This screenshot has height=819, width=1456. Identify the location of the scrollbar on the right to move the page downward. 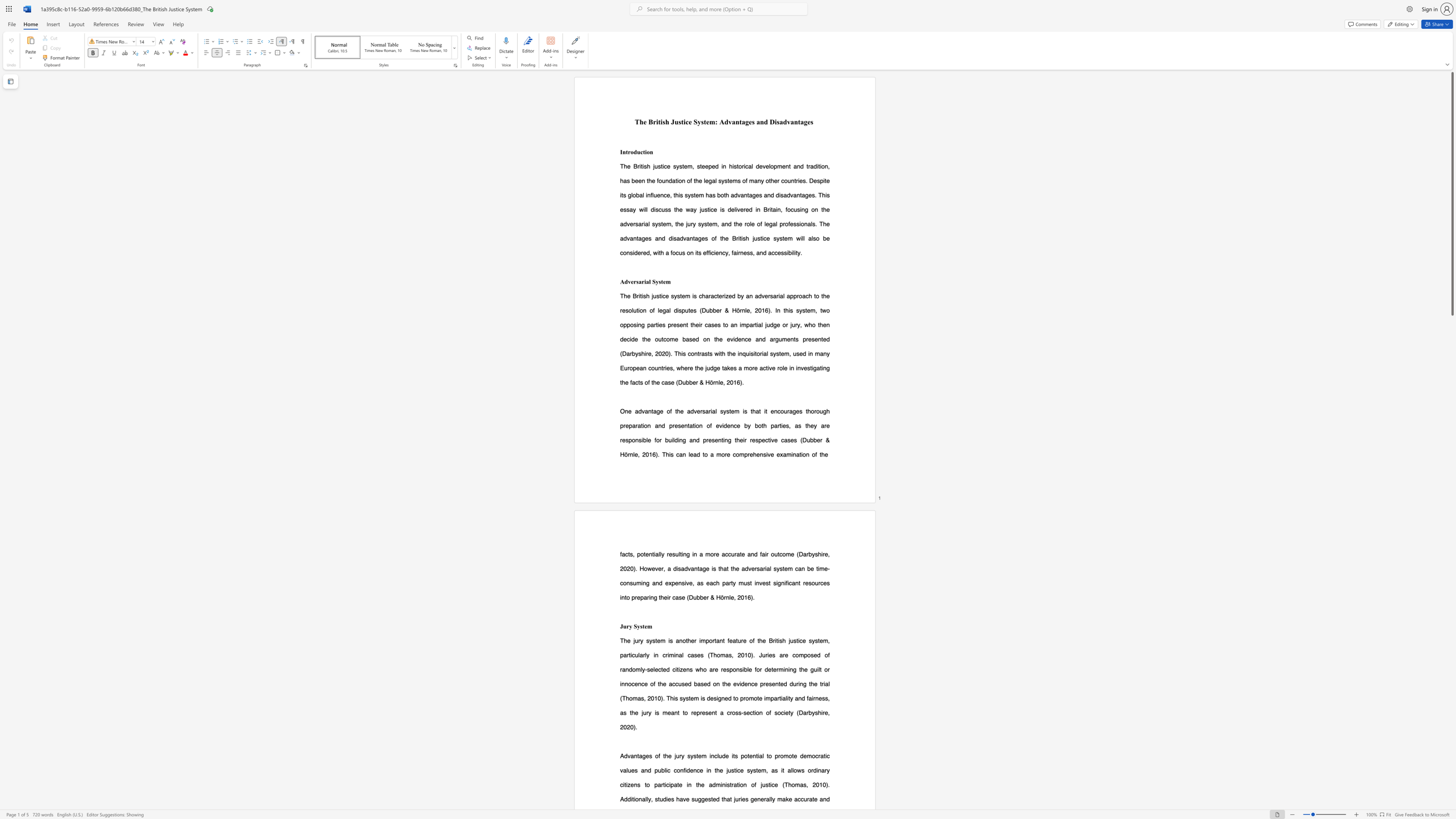
(1451, 731).